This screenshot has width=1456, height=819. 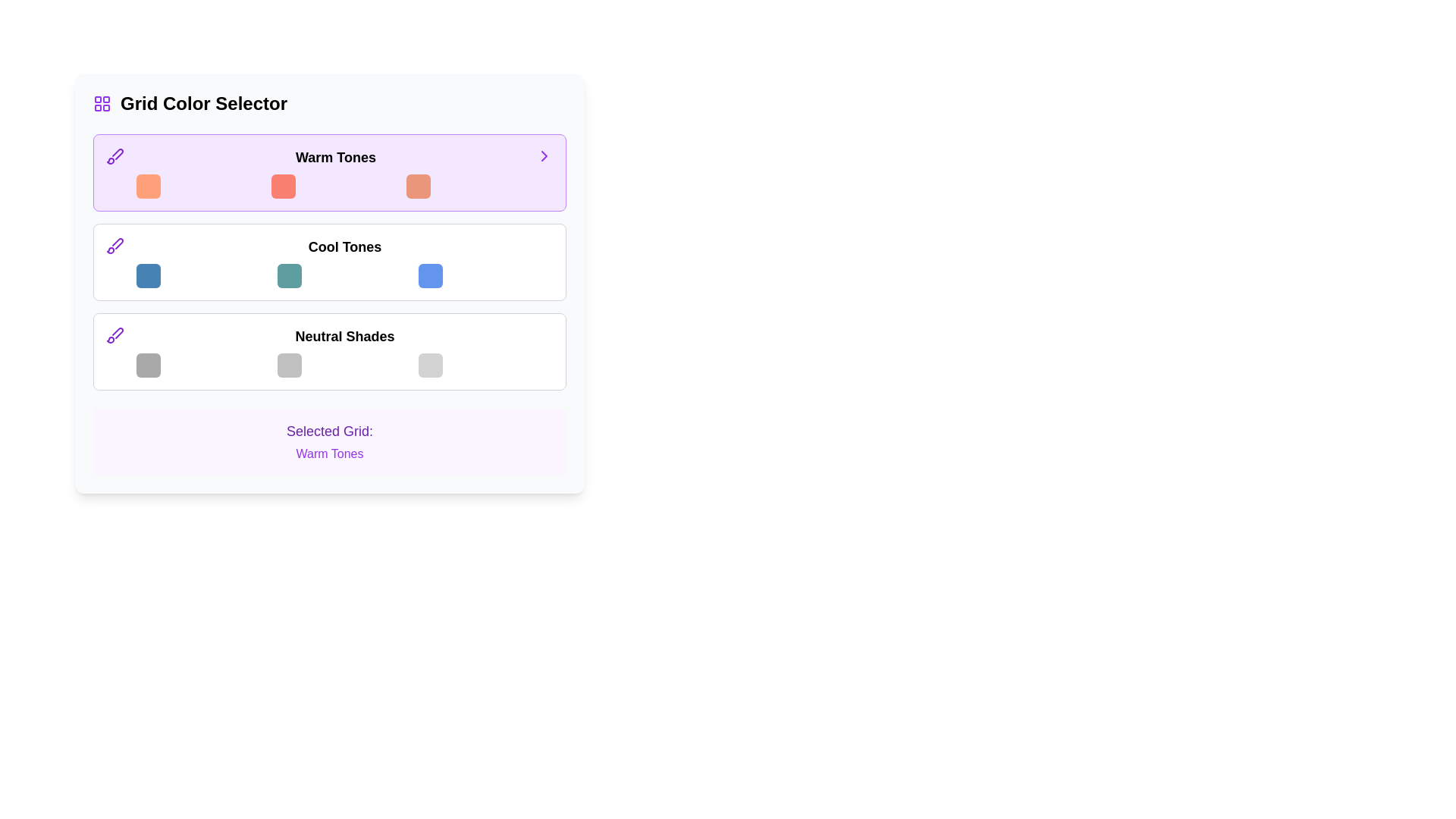 What do you see at coordinates (334, 186) in the screenshot?
I see `a color block within the 'Warm Tones' grid layout` at bounding box center [334, 186].